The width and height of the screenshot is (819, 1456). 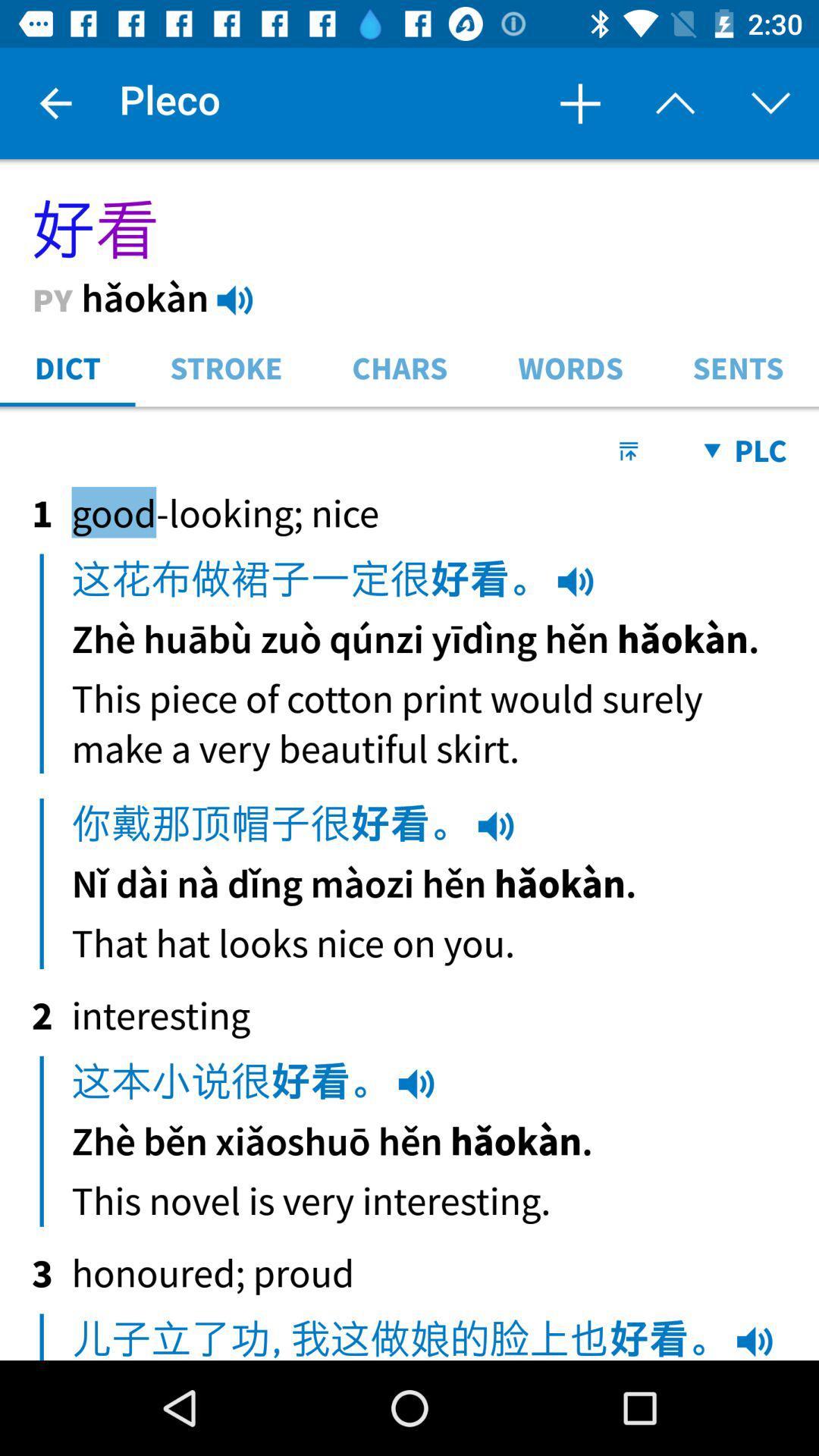 What do you see at coordinates (227, 366) in the screenshot?
I see `the button beside dict` at bounding box center [227, 366].